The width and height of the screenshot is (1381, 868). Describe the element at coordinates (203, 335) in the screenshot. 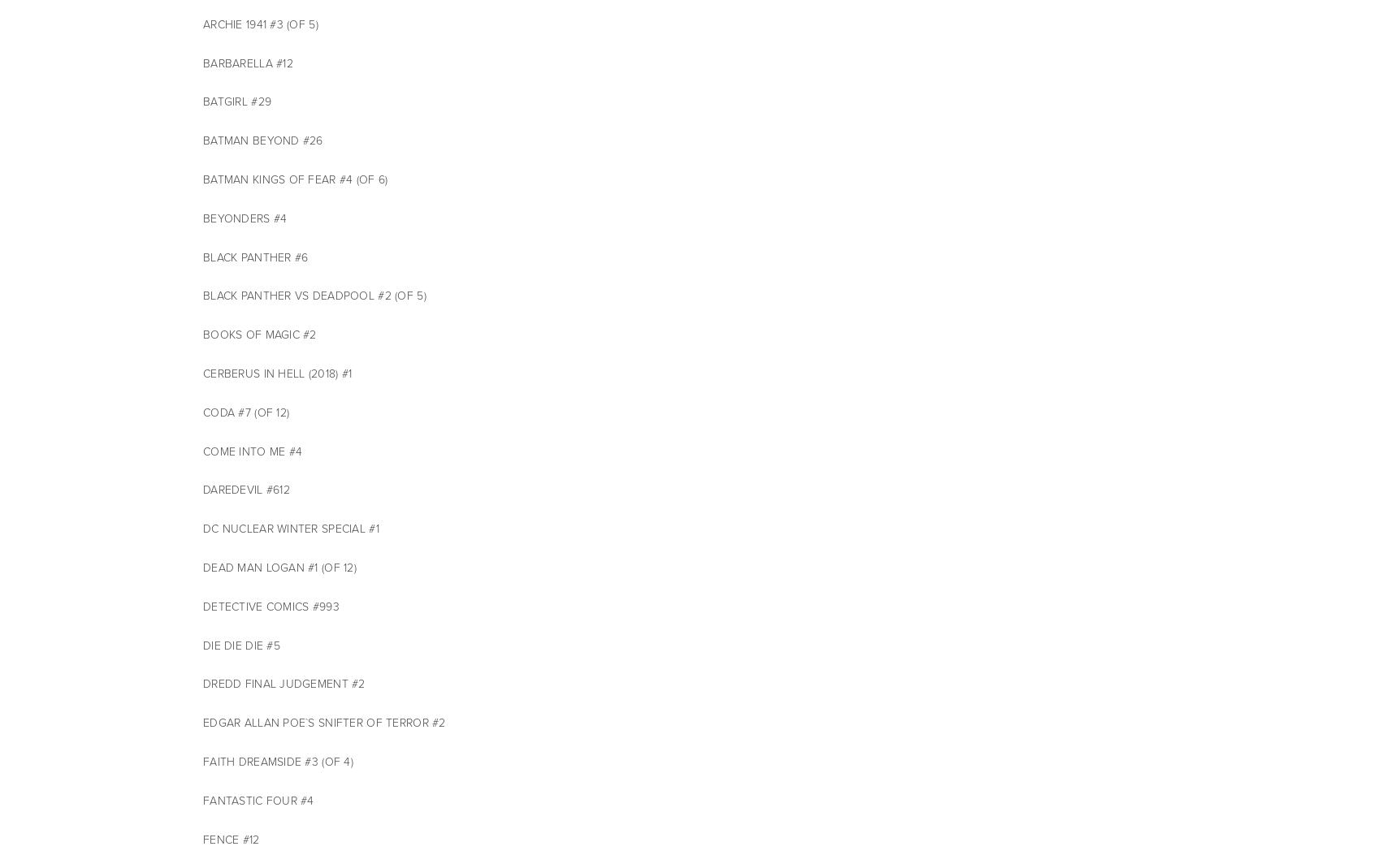

I see `'BOOKS OF MAGIC #2'` at that location.